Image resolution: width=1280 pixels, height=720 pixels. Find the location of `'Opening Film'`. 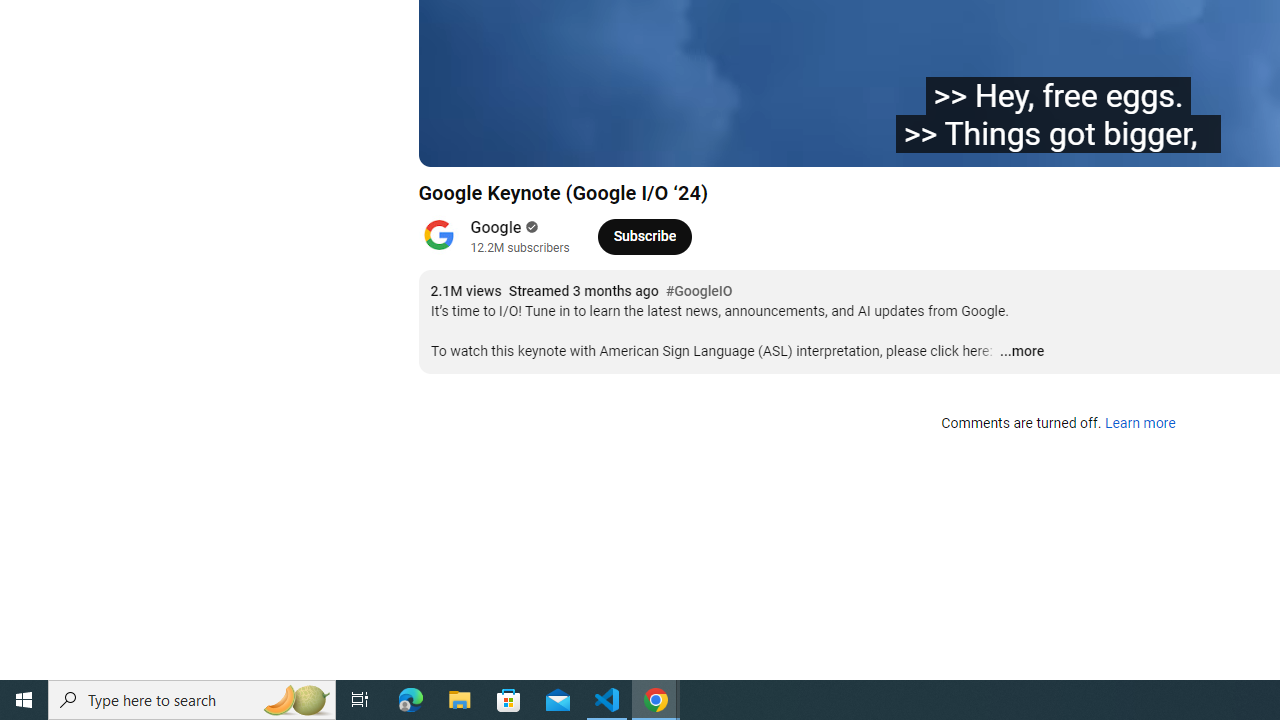

'Opening Film' is located at coordinates (717, 141).